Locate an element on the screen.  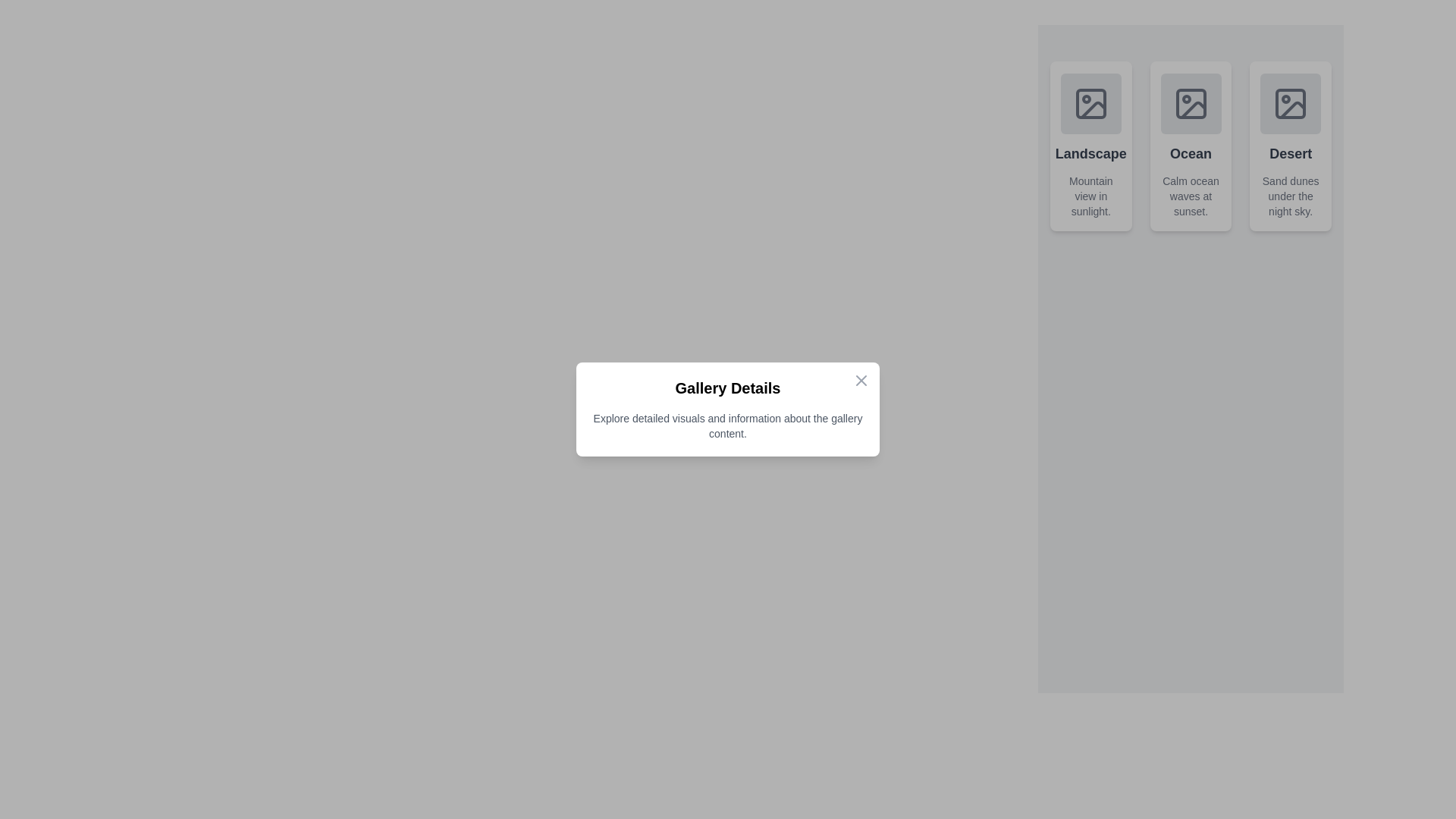
the small square with rounded corners, part of the image icon representing a stylized mountain within the 'Landscape' card located at the top region of the first card is located at coordinates (1090, 103).